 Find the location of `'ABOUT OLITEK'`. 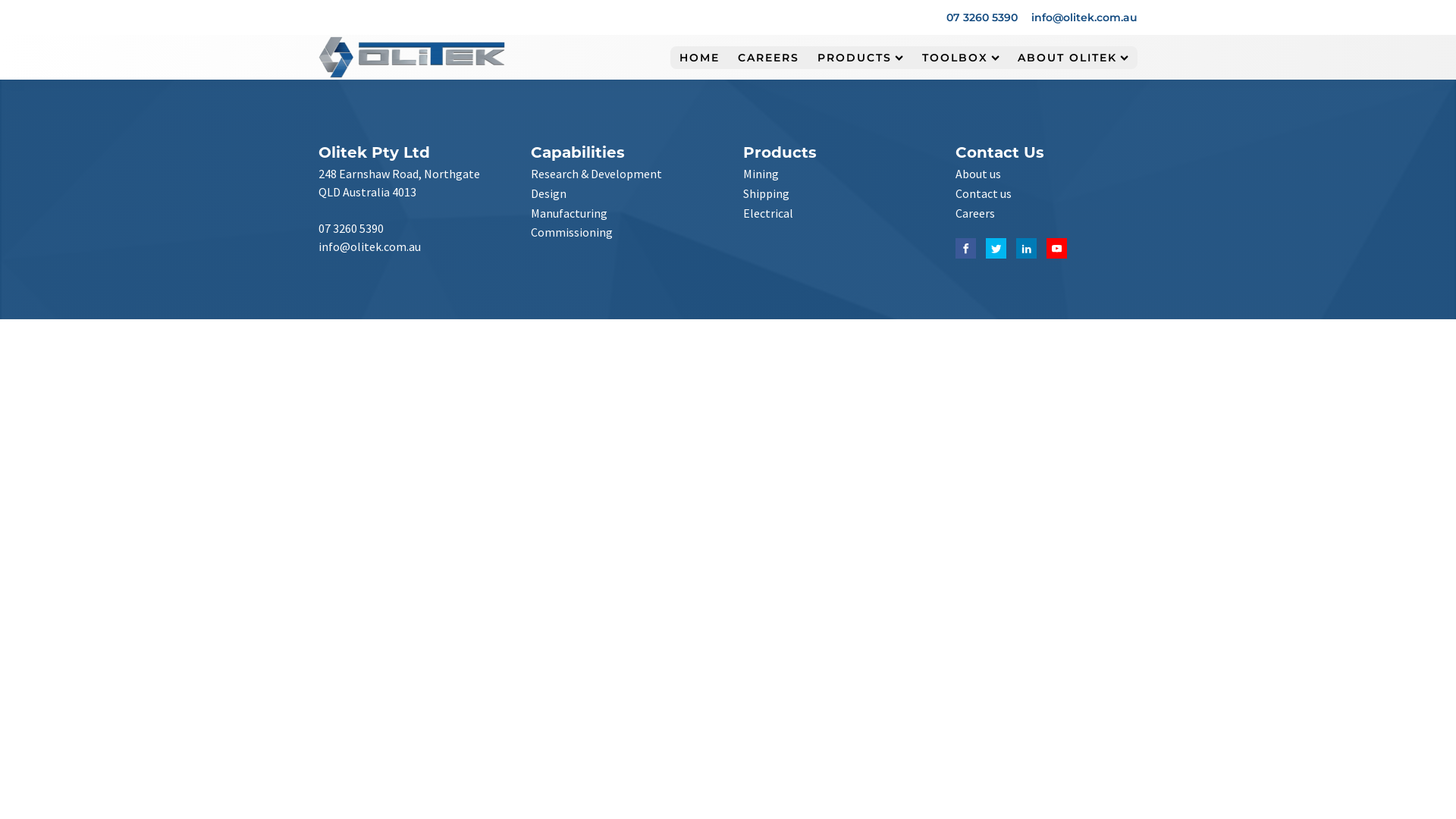

'ABOUT OLITEK' is located at coordinates (1072, 57).